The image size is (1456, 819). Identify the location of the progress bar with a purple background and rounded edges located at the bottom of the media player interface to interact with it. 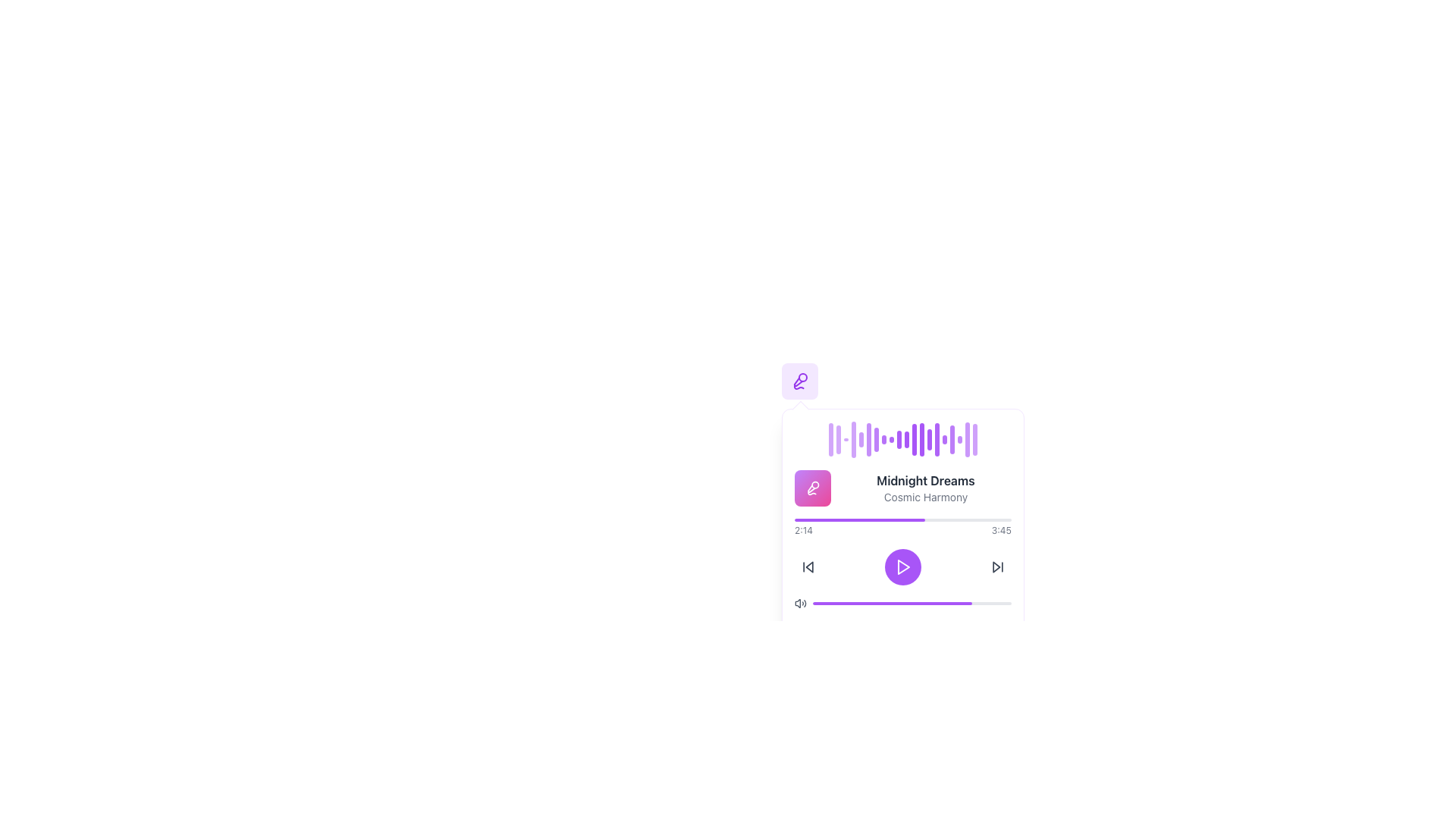
(892, 602).